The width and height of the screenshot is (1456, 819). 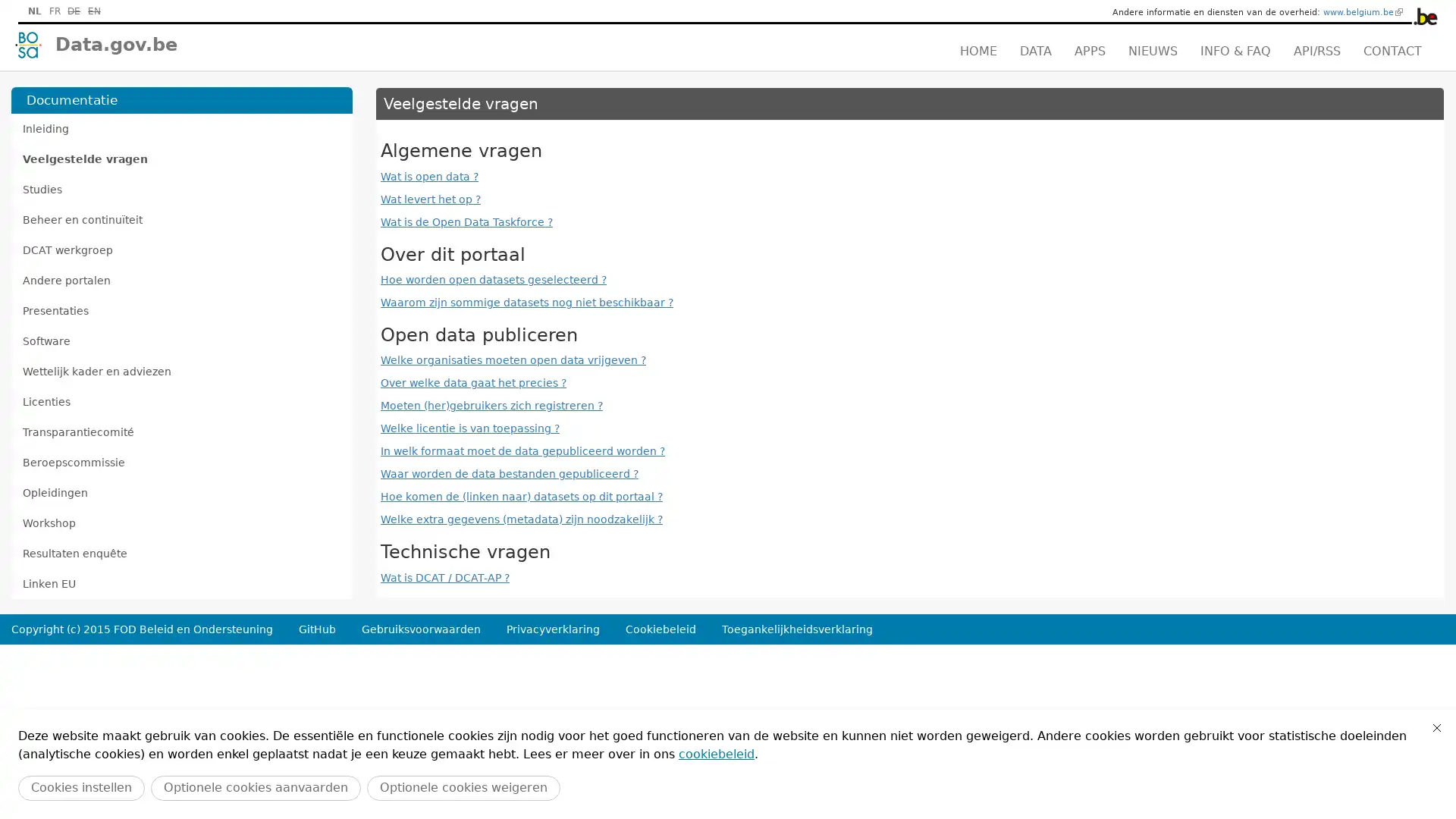 I want to click on Cookies instellen, so click(x=80, y=787).